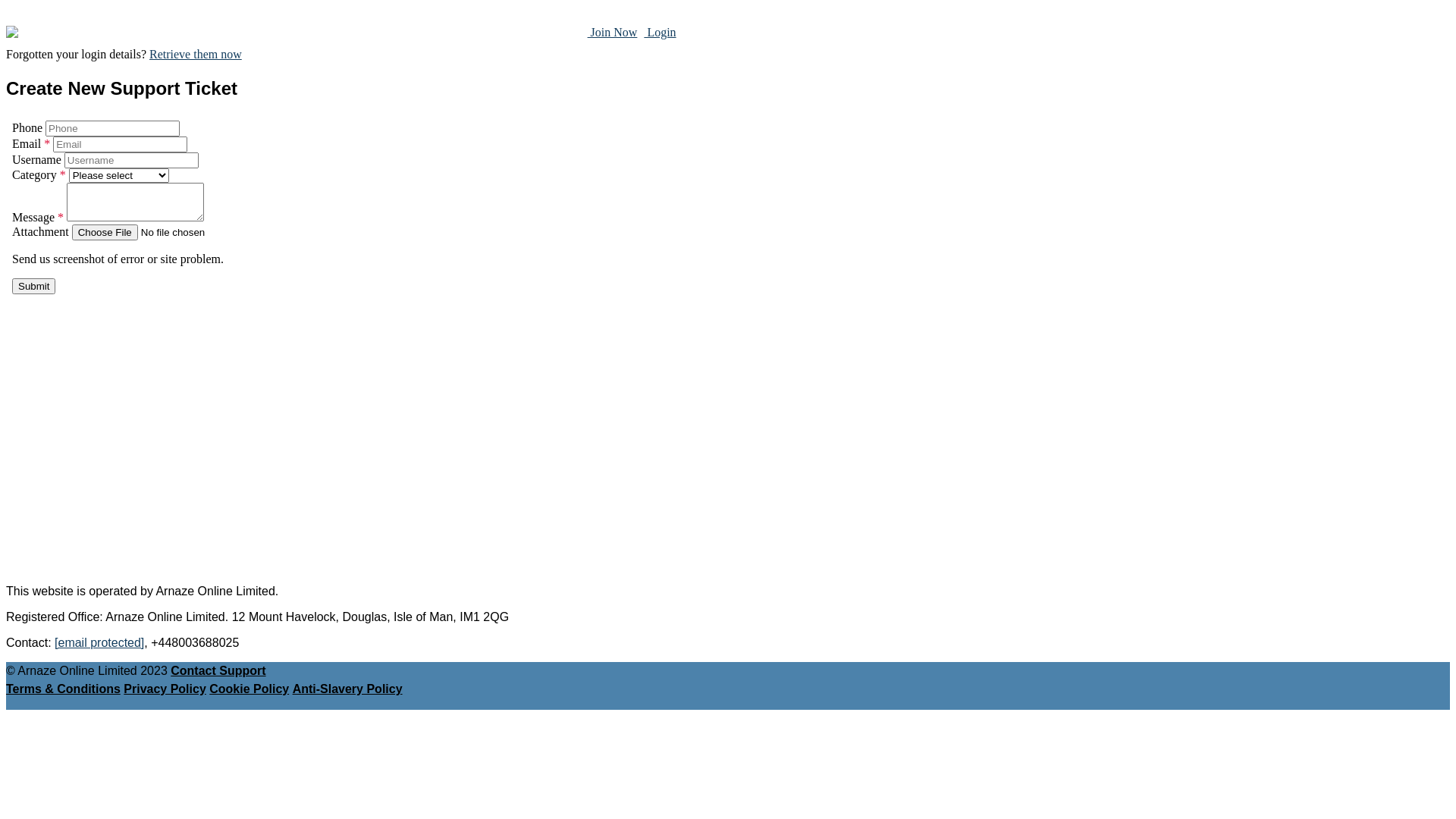 This screenshot has width=1456, height=819. I want to click on 'Privacy Policy', so click(165, 689).